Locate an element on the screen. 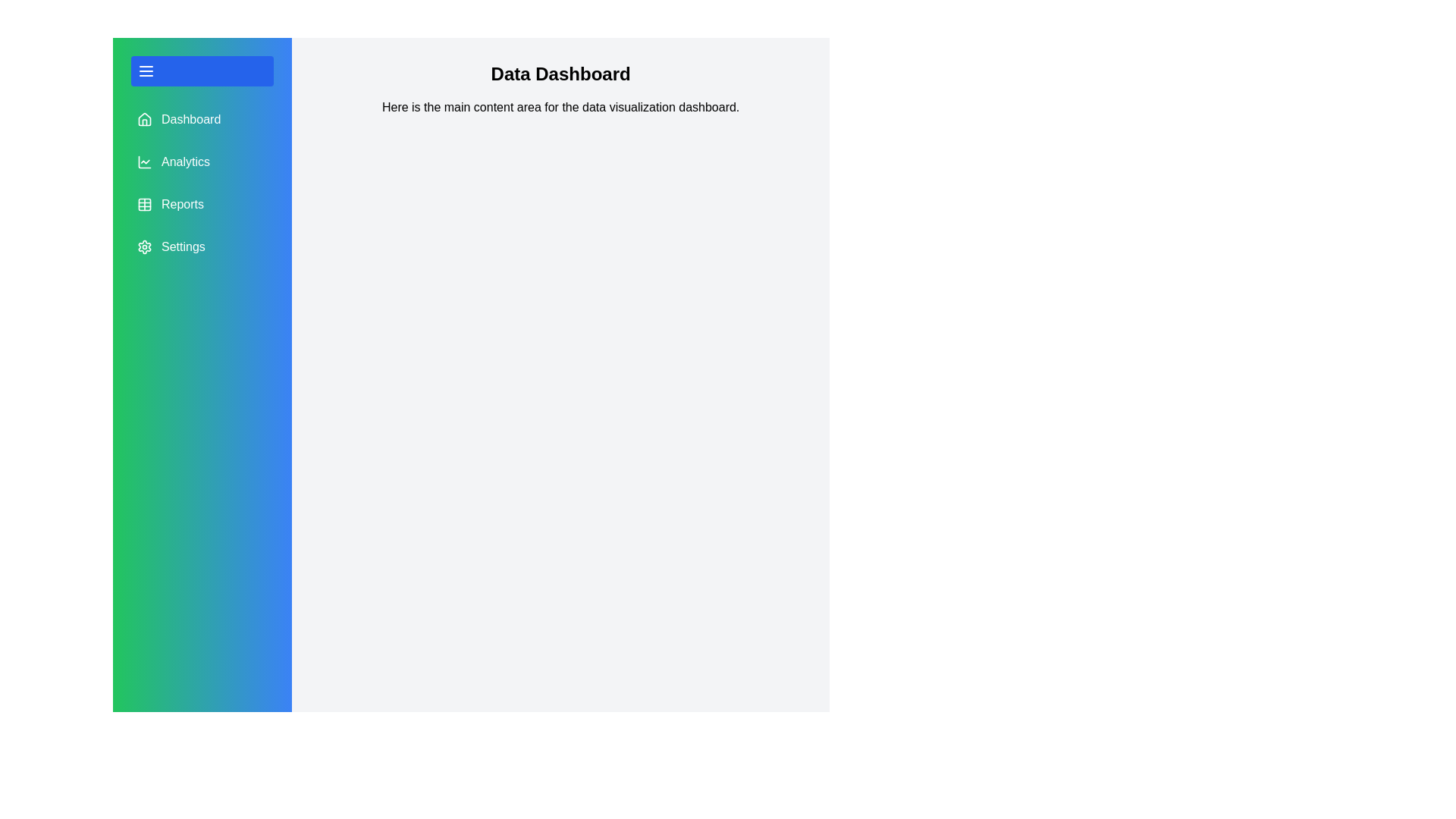  the menu item Reports to observe its hover effect is located at coordinates (202, 205).